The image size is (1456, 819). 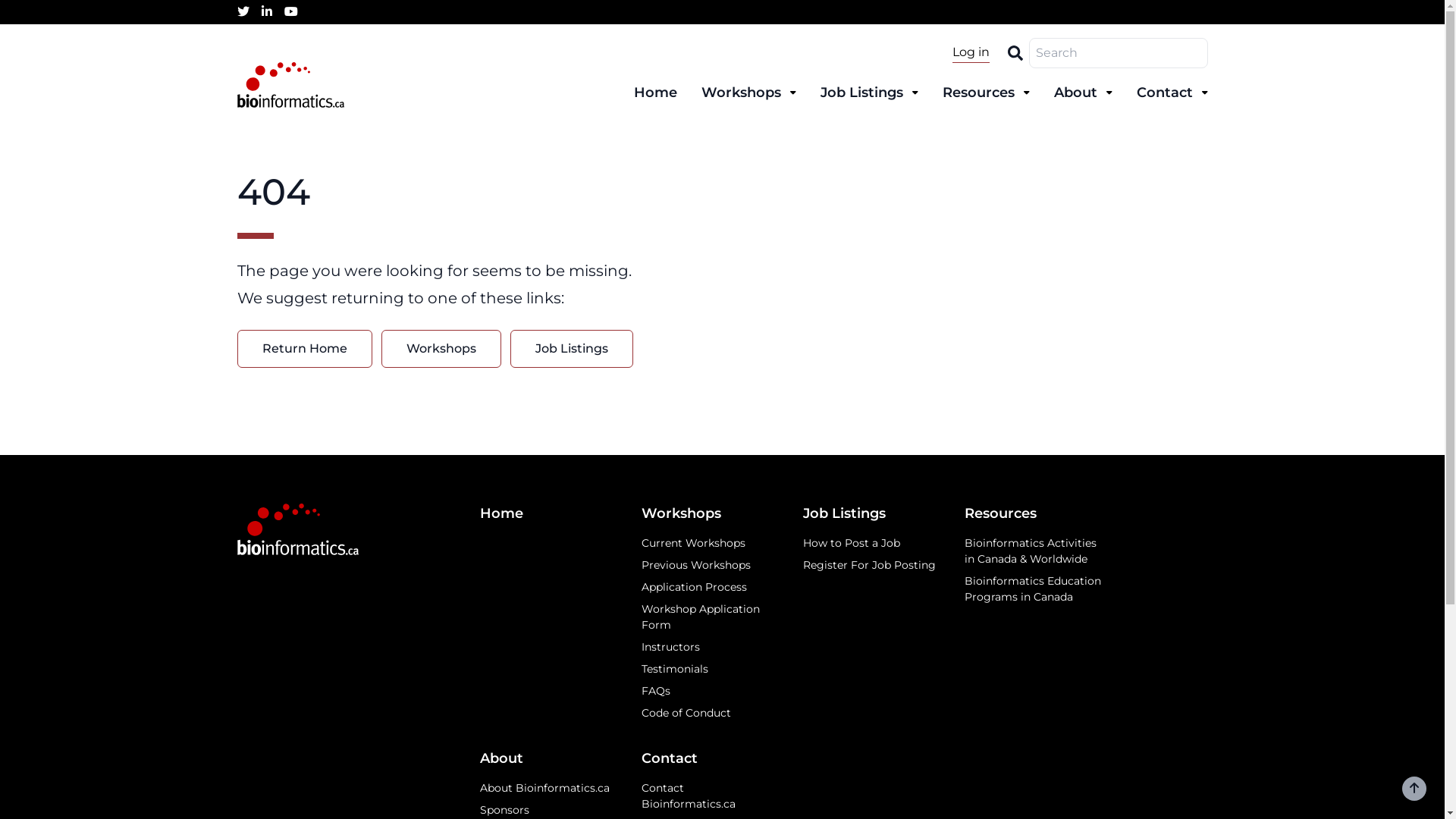 What do you see at coordinates (710, 586) in the screenshot?
I see `'Application Process'` at bounding box center [710, 586].